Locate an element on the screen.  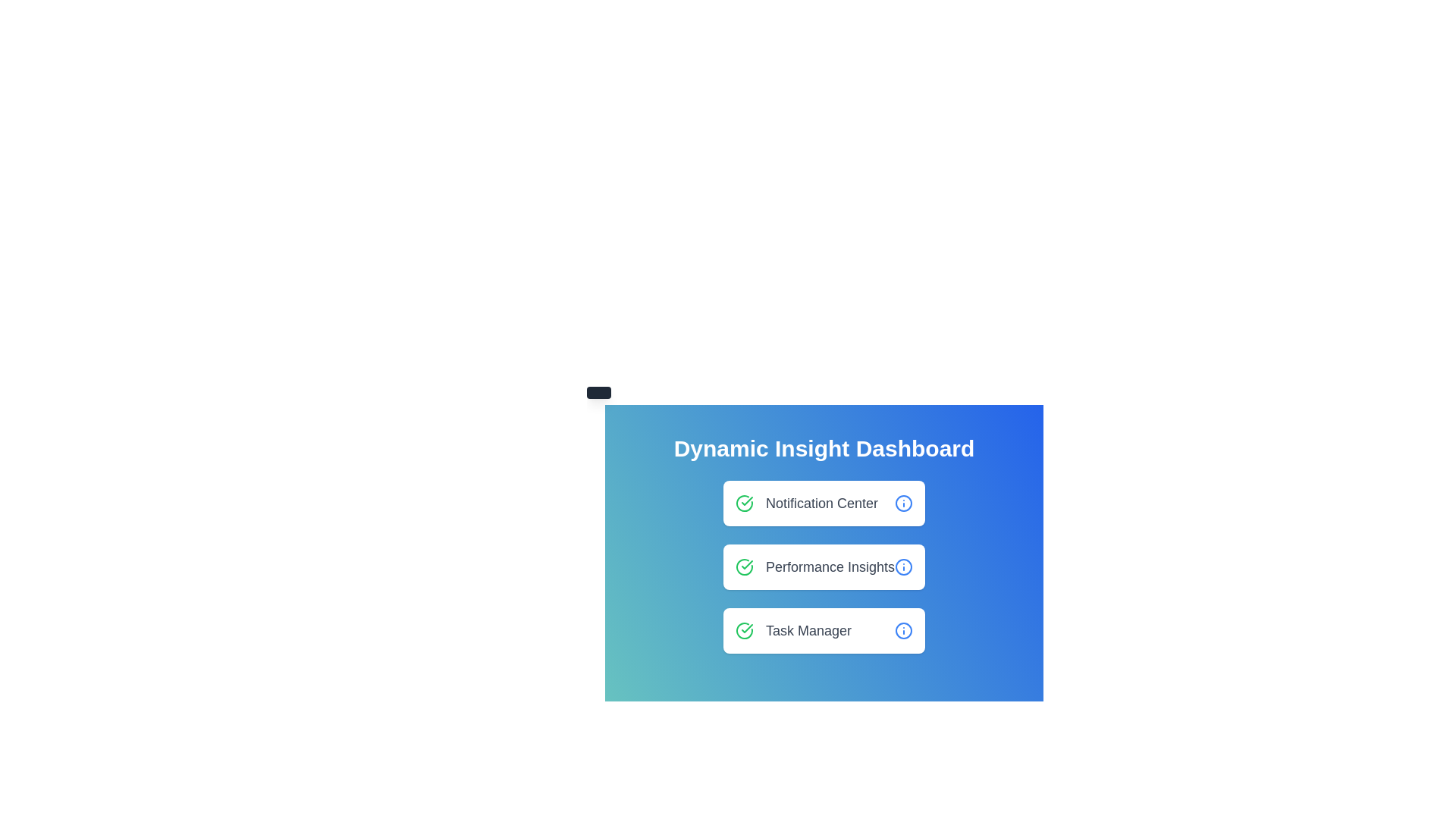
the 'Task Manager' label which features a green circle icon with a checkmark, indicating successful completion, located in a vertically stacked list of items is located at coordinates (792, 631).